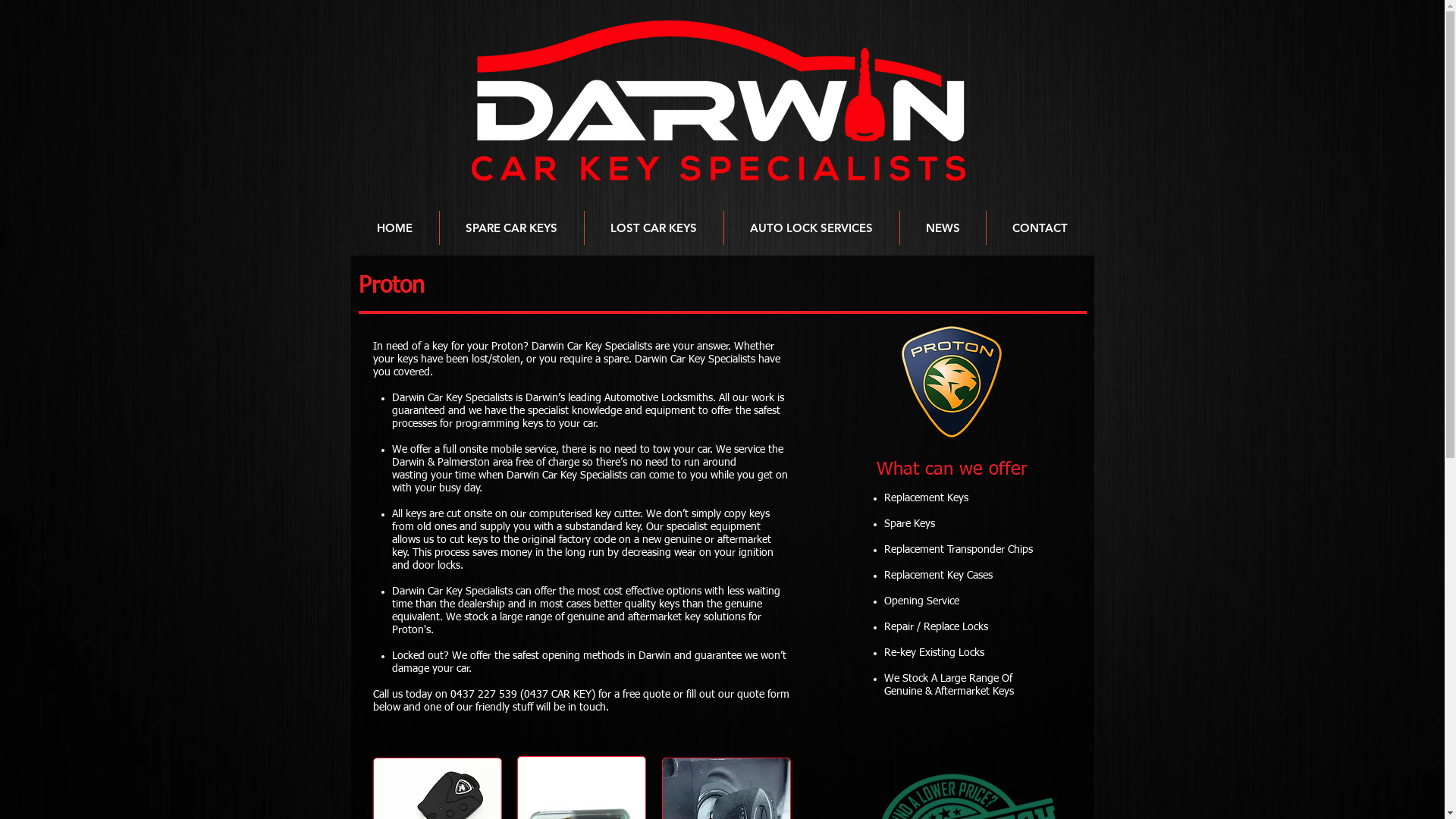 The image size is (1456, 819). Describe the element at coordinates (810, 227) in the screenshot. I see `'AUTO LOCK SERVICES'` at that location.